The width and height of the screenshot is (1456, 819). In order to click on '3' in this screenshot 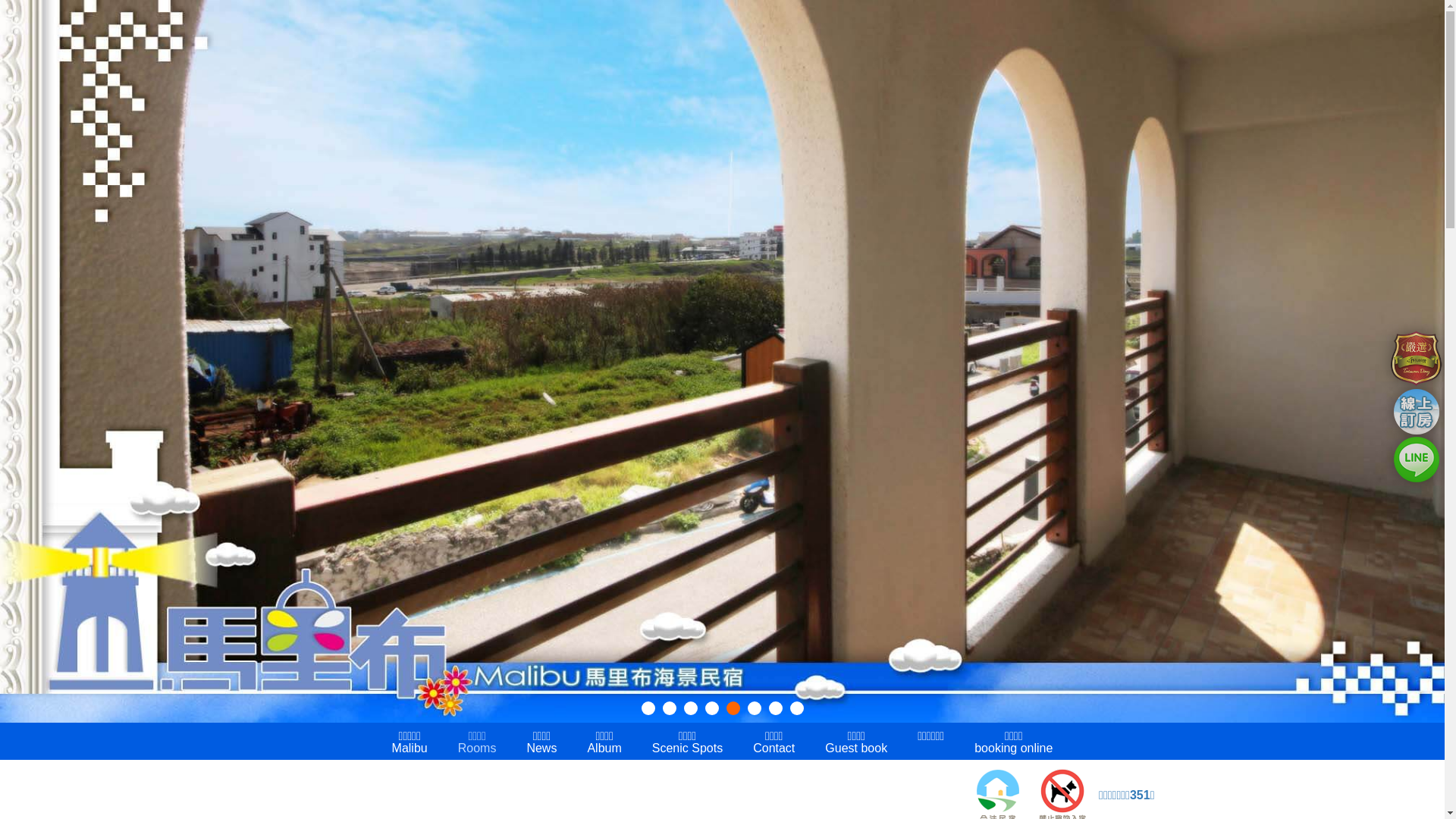, I will do `click(690, 708)`.